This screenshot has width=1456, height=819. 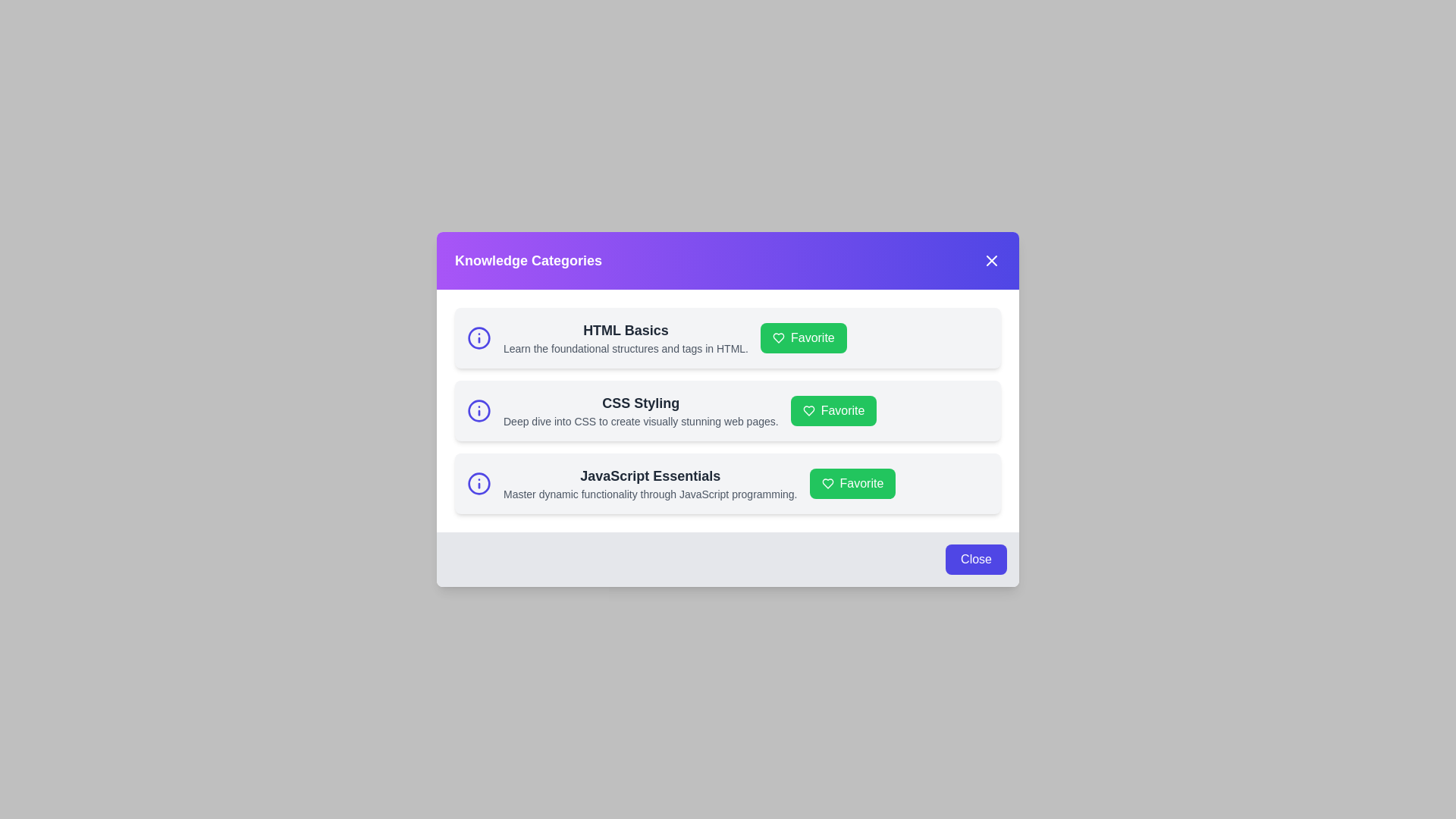 I want to click on the Text Box with Title 'HTML Basics' and Description 'Learn the foundational structures and tags in HTML.' which is the first item in the list of knowledge categories, centrally aligned in the upper section, positioned between an informational icon and a 'Favorite' button, so click(x=626, y=337).